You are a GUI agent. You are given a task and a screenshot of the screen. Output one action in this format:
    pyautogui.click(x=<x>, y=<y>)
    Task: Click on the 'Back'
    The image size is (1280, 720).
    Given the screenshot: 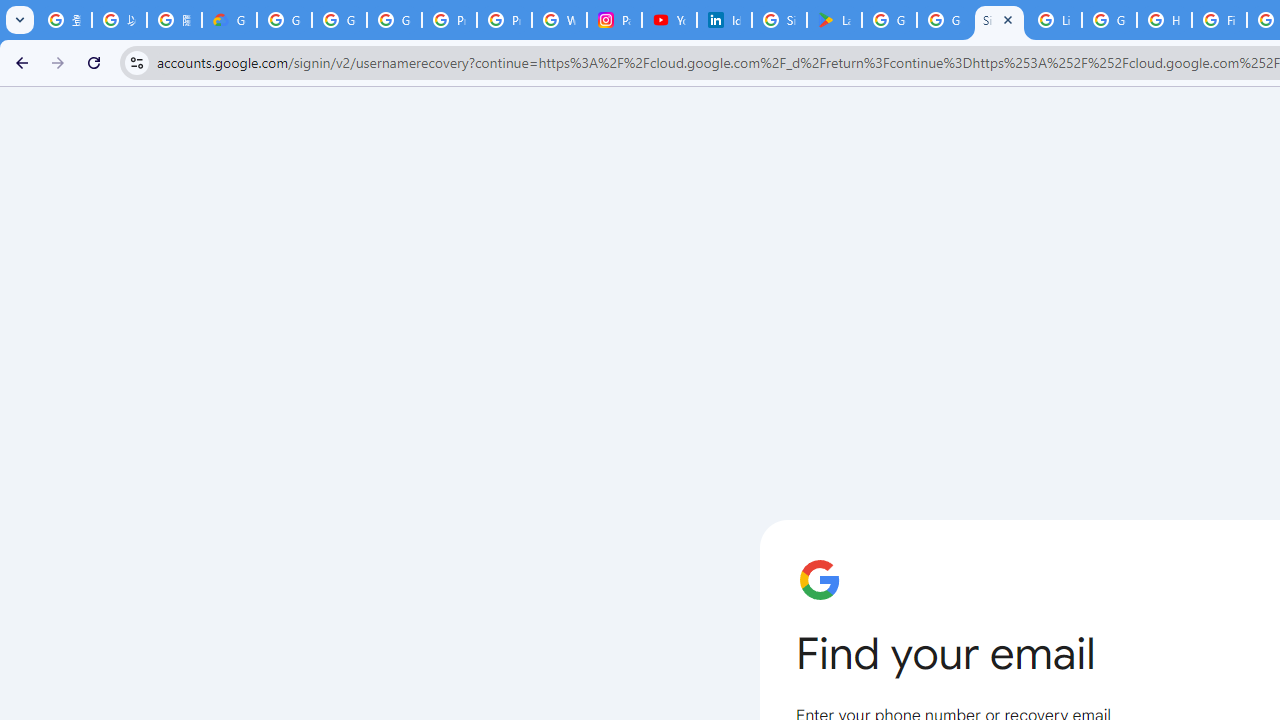 What is the action you would take?
    pyautogui.click(x=19, y=61)
    